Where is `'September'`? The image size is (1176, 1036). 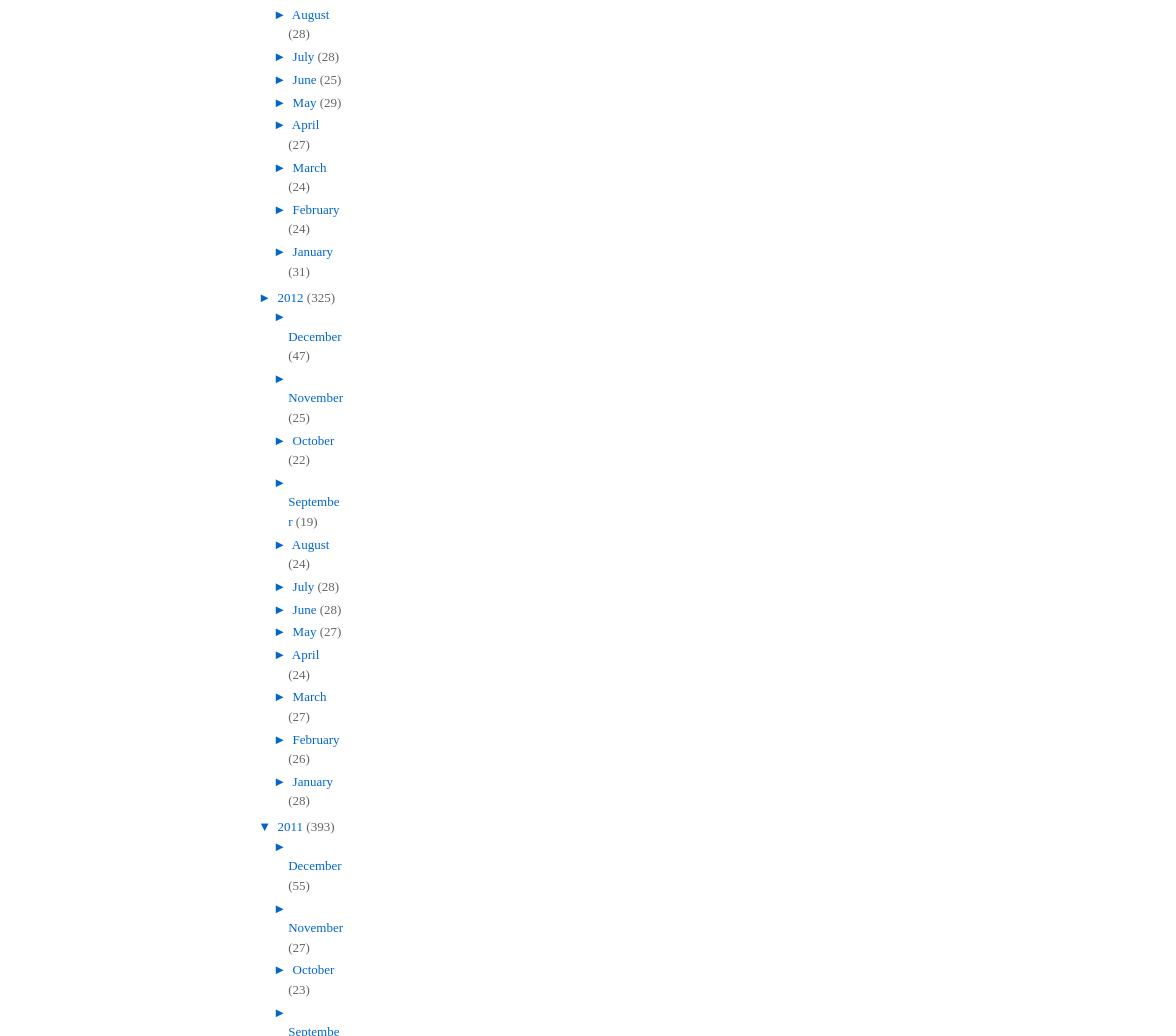
'September' is located at coordinates (313, 510).